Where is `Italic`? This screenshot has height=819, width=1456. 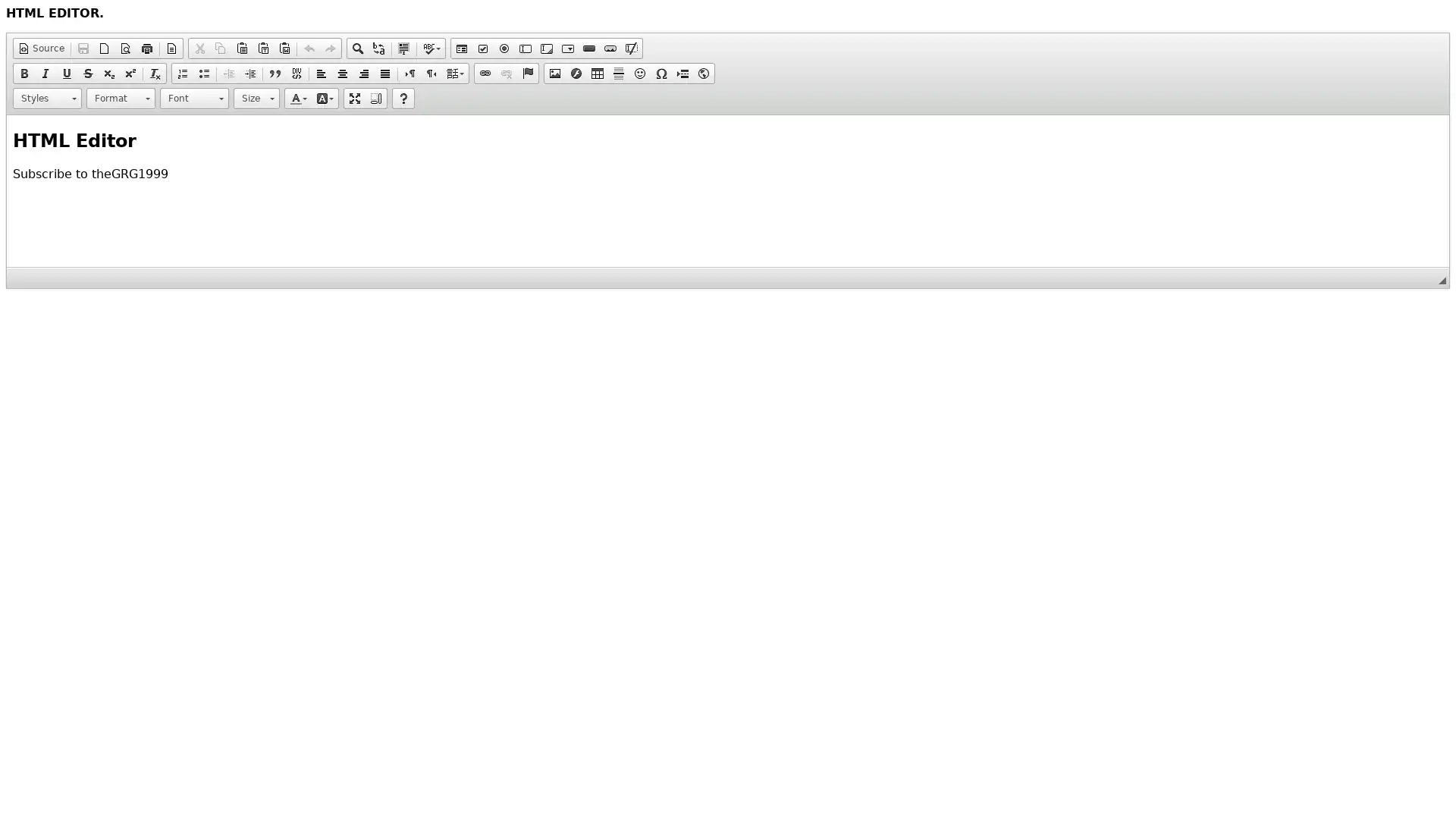
Italic is located at coordinates (45, 73).